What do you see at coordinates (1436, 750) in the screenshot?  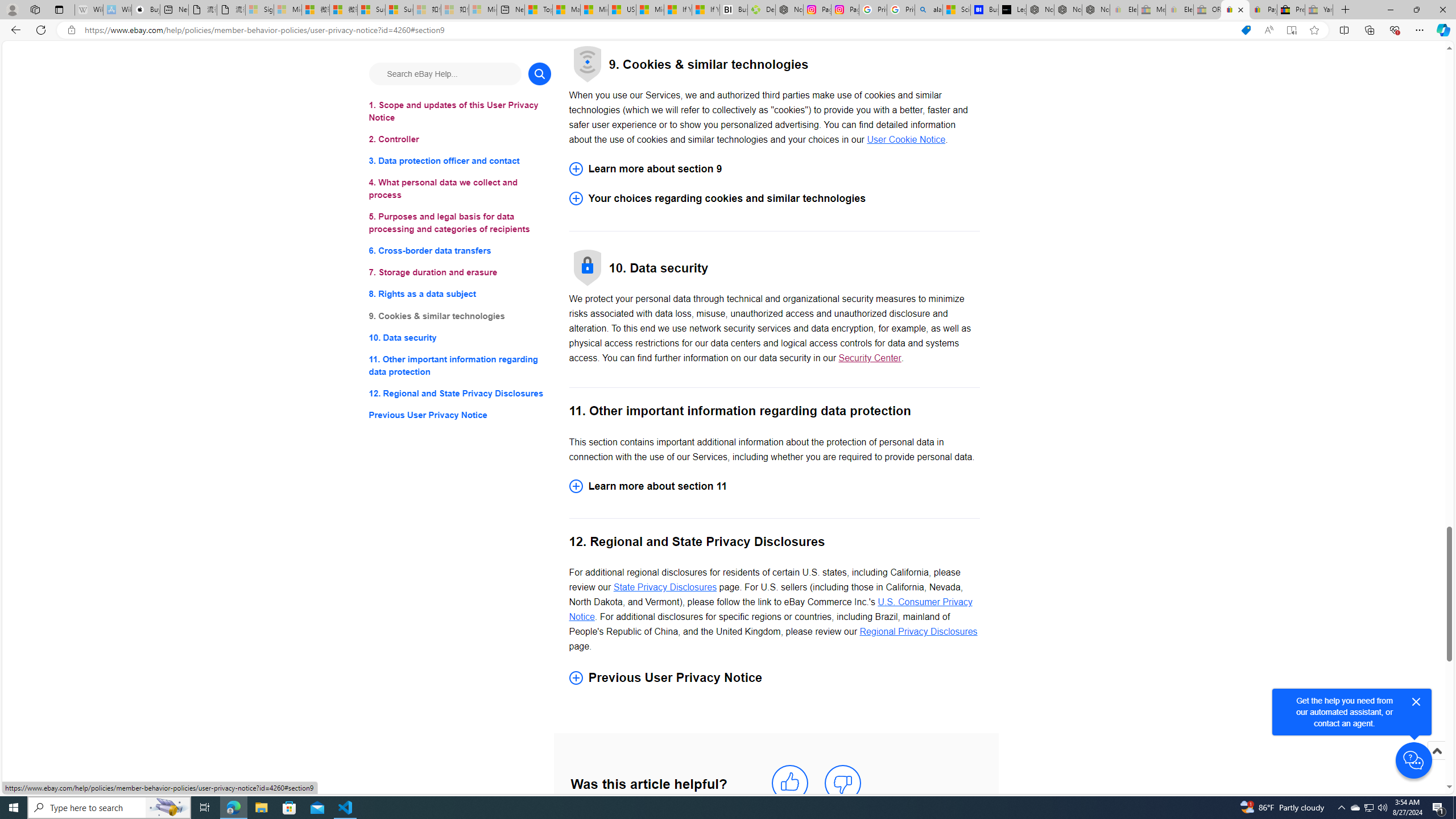 I see `'Scroll to top'` at bounding box center [1436, 750].